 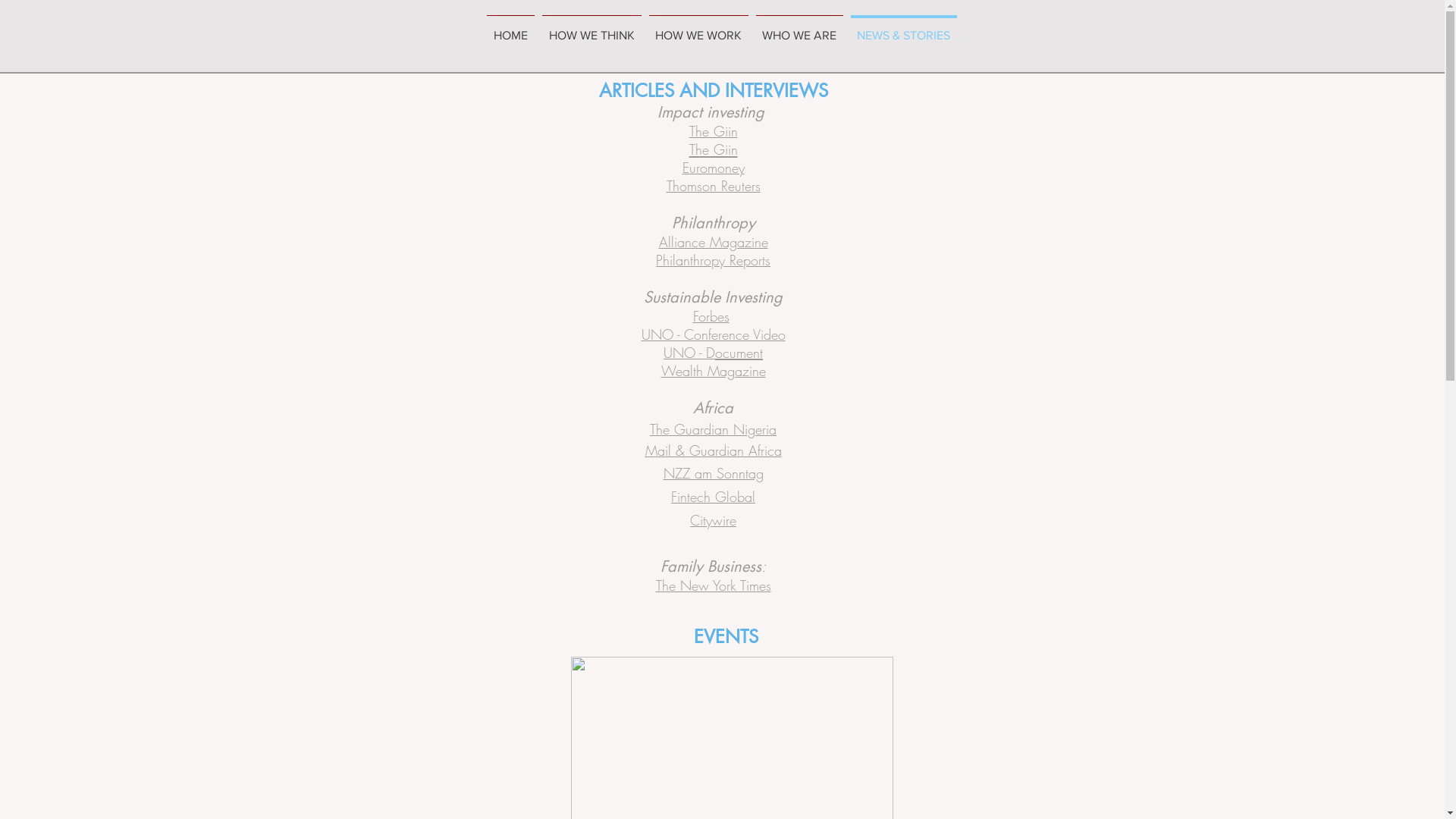 I want to click on 'Fintech Global', so click(x=712, y=497).